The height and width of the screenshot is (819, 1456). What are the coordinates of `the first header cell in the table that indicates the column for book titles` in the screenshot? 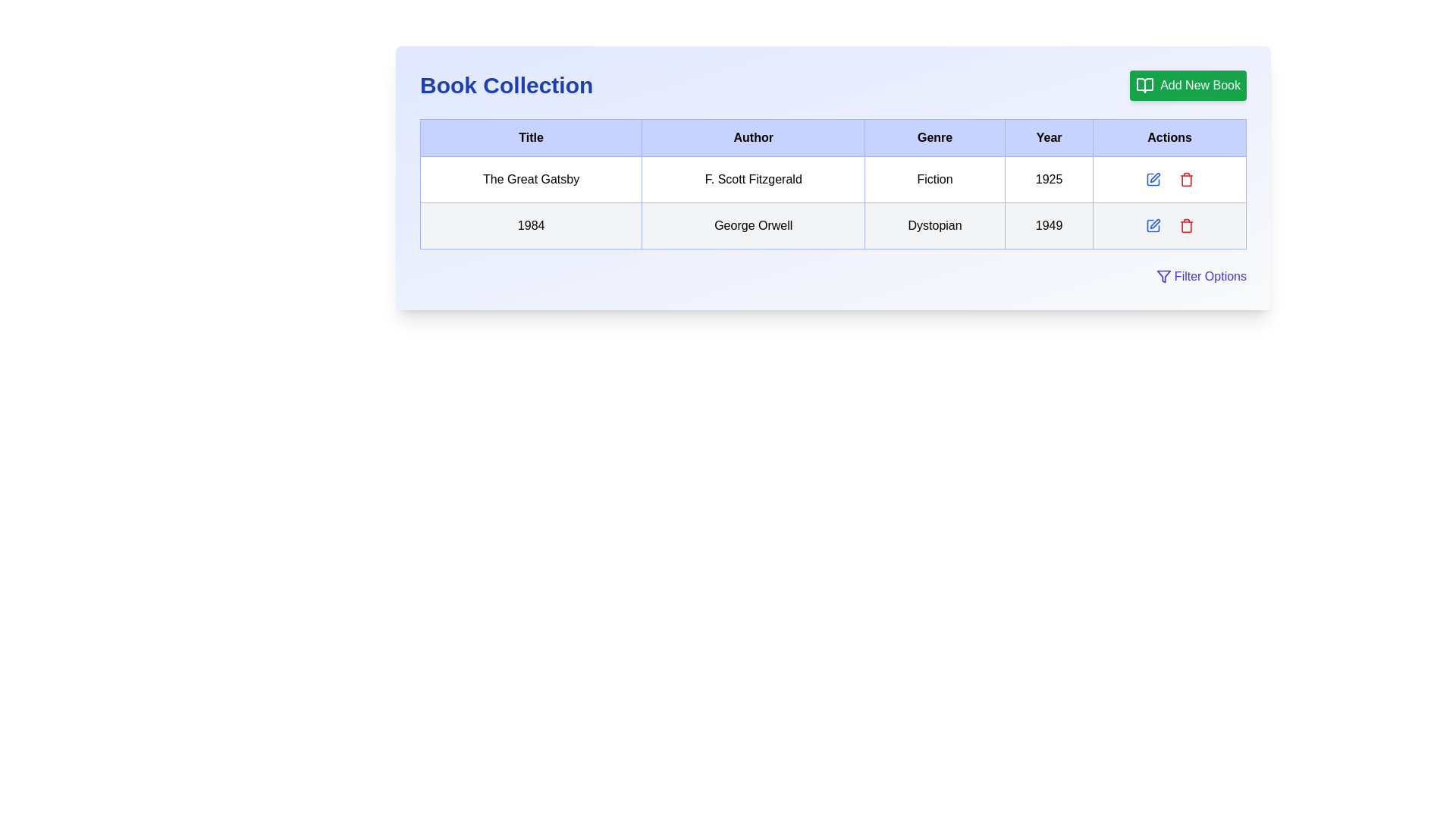 It's located at (531, 137).